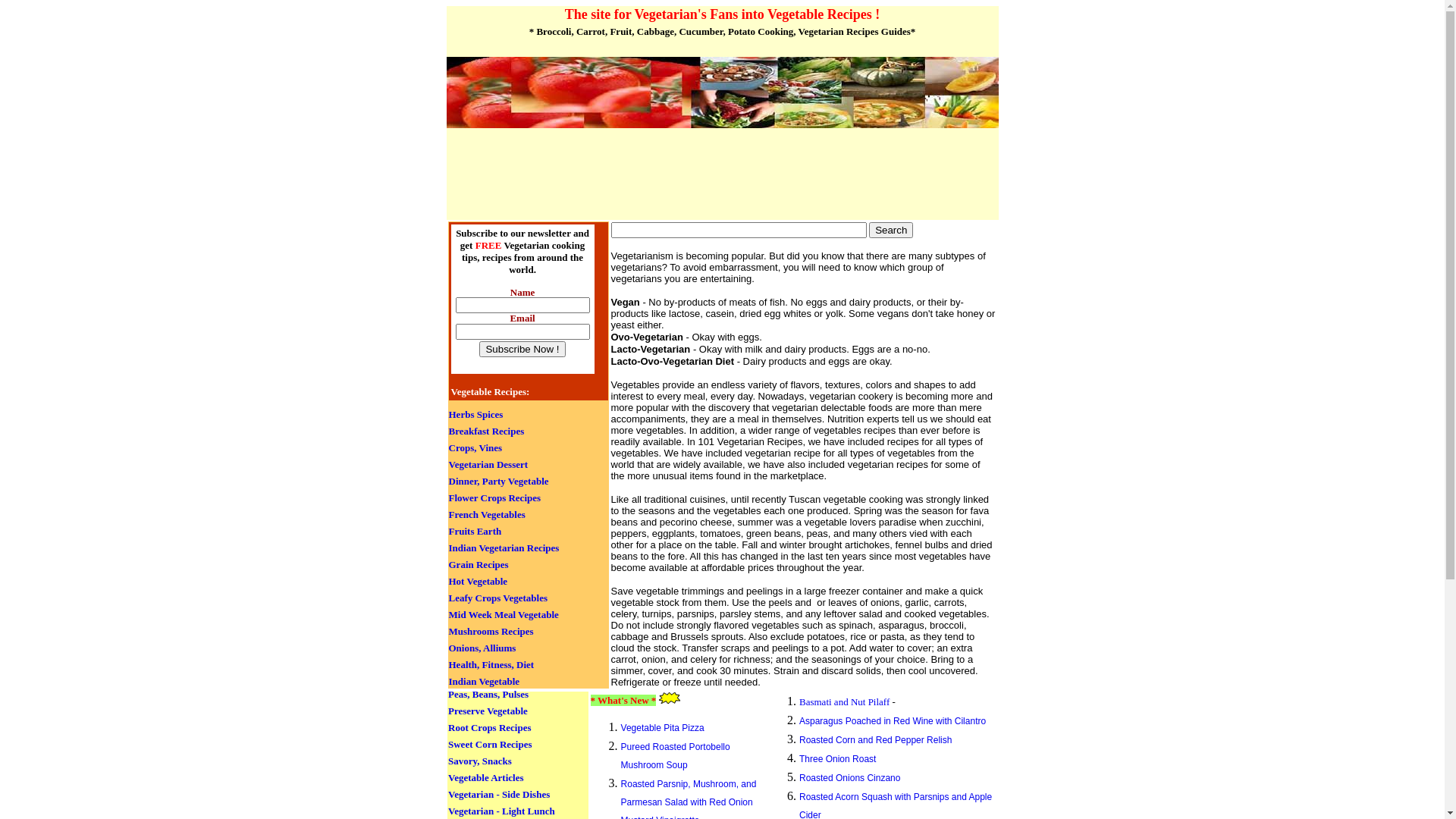 This screenshot has width=1456, height=819. Describe the element at coordinates (487, 431) in the screenshot. I see `'Breakfast Recipes'` at that location.